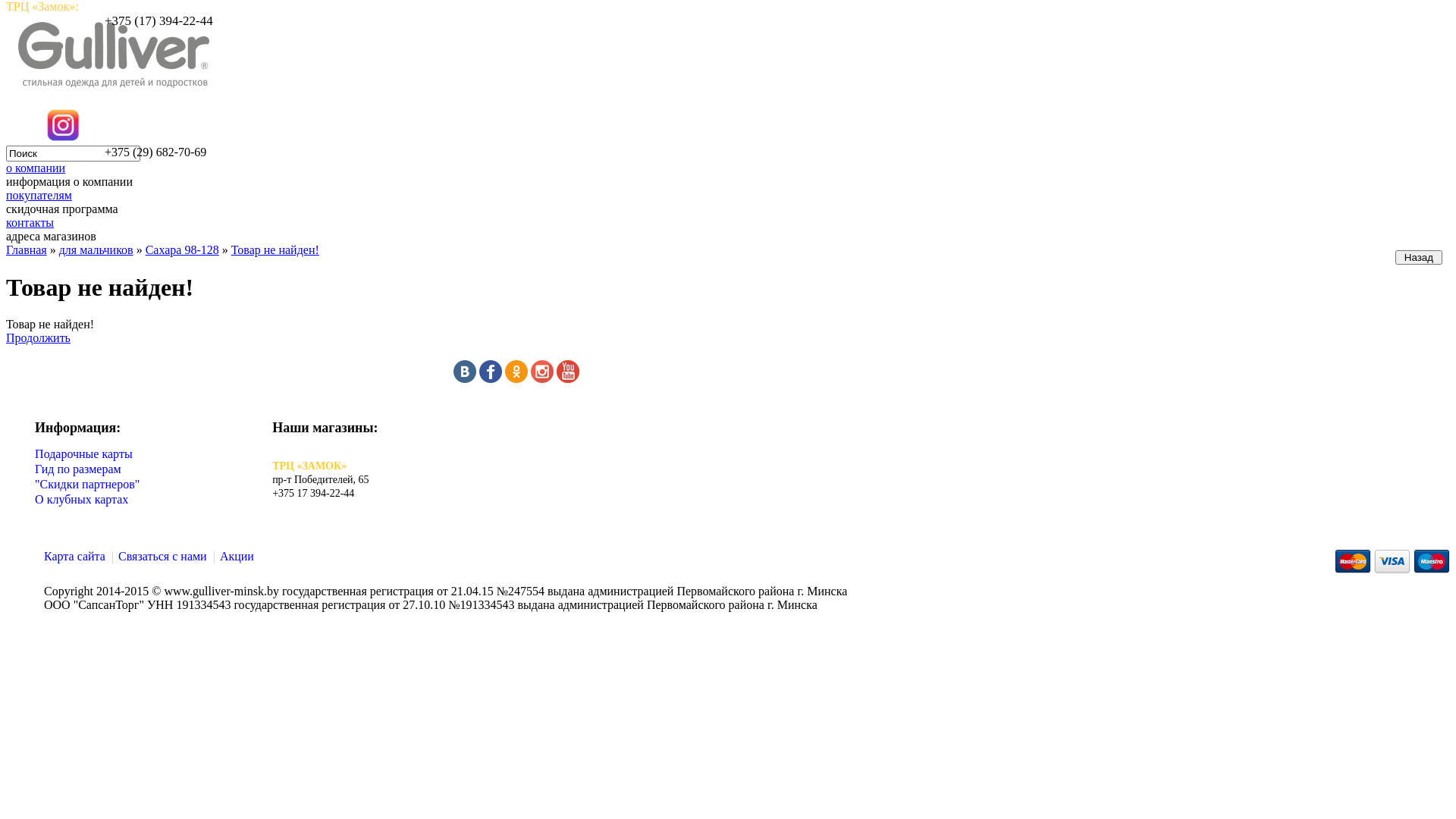  Describe the element at coordinates (556, 378) in the screenshot. I see `'youtube'` at that location.